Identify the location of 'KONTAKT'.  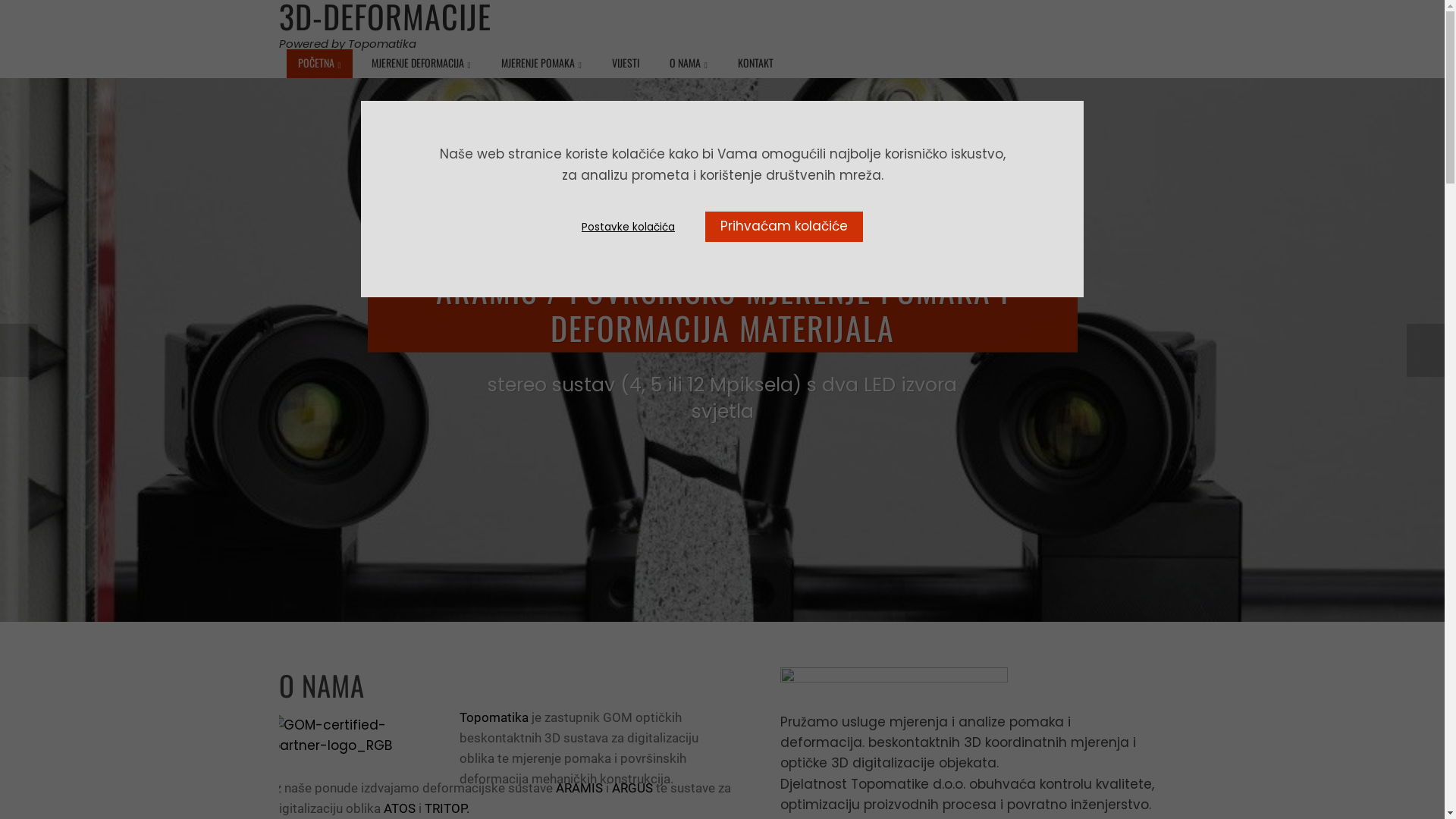
(755, 62).